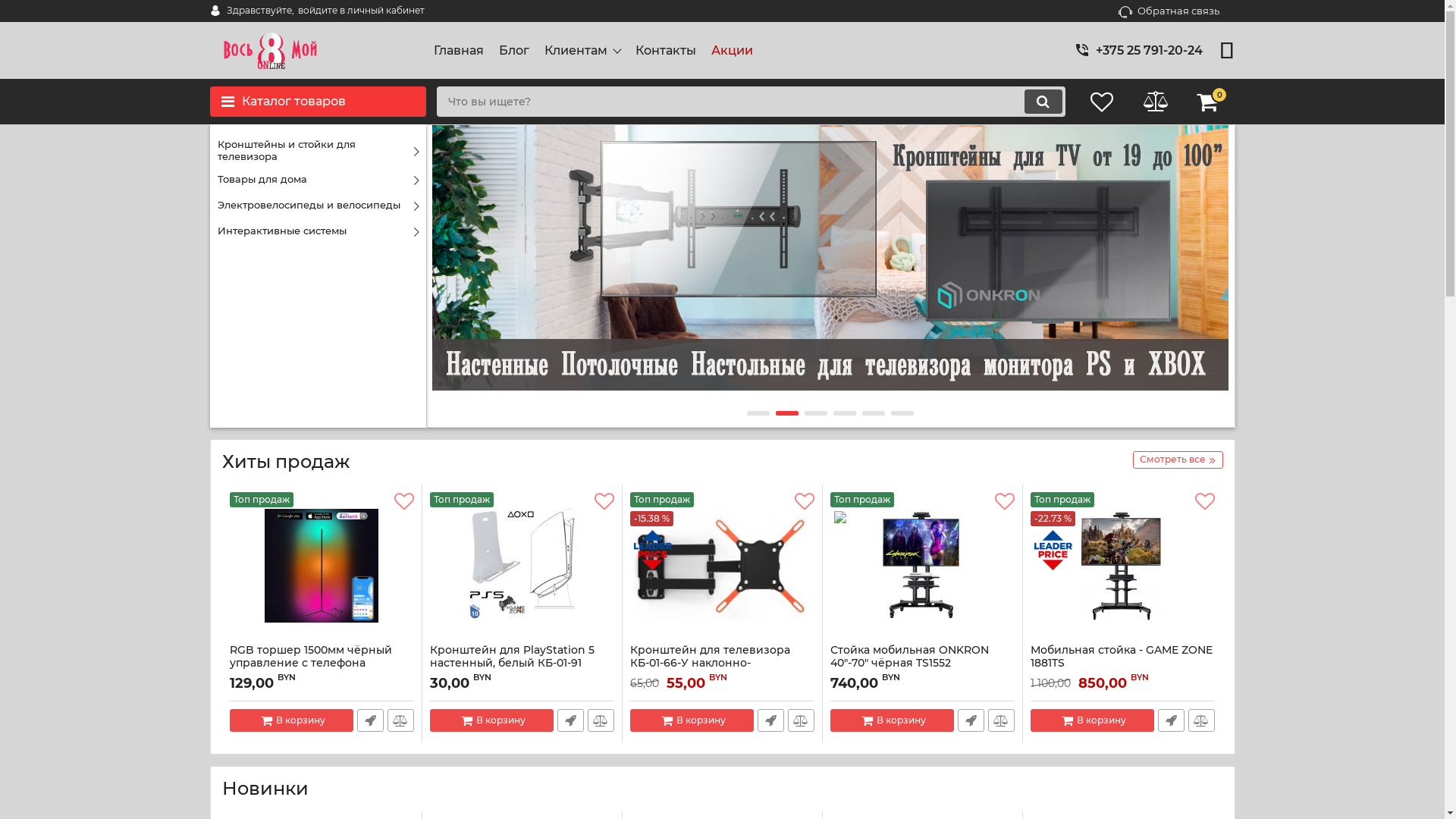  I want to click on 'langfr-560px-logo_leader_price_-_2017.svg.png', so click(1052, 550).